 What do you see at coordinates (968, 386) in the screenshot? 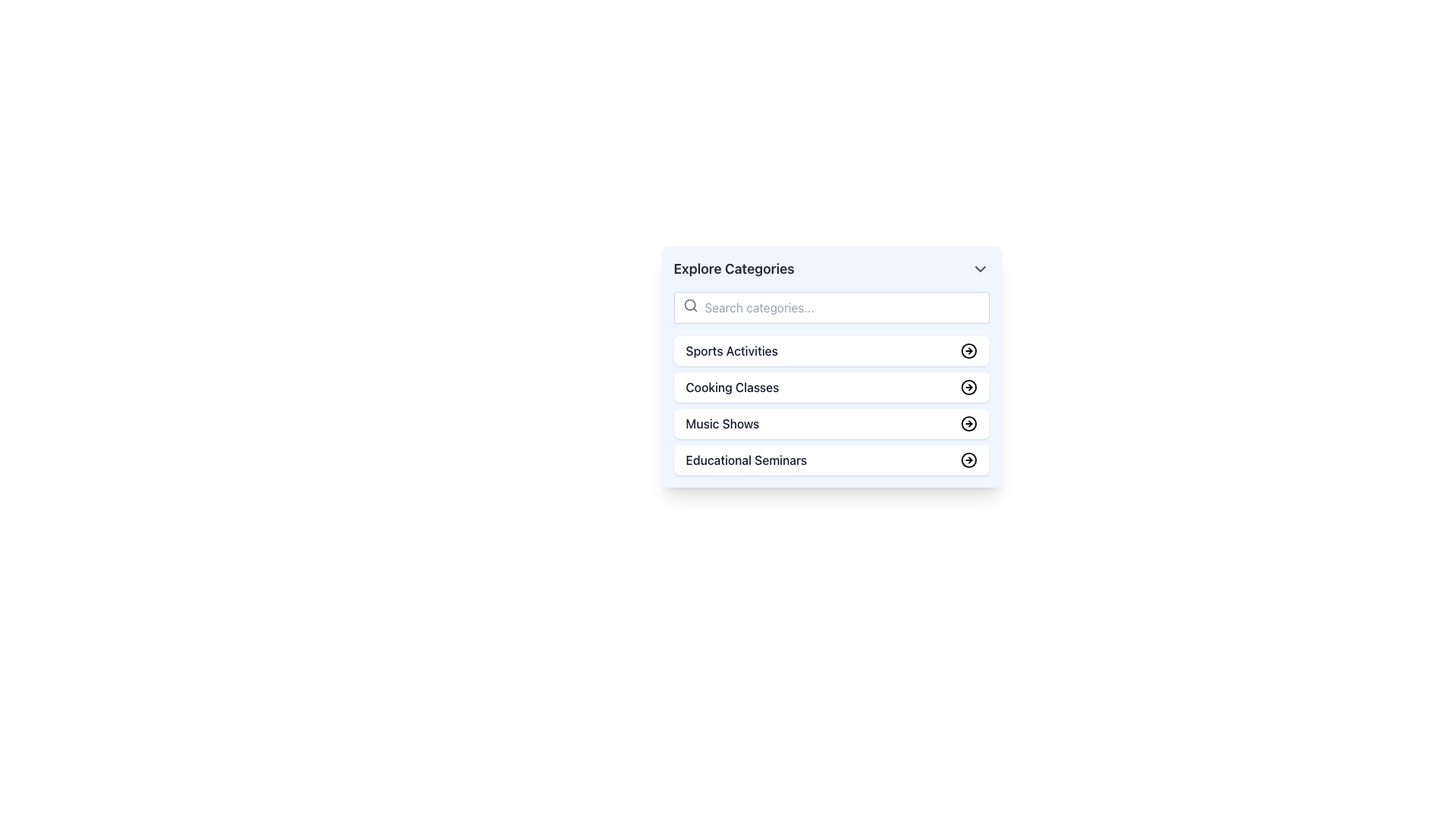
I see `the icon button located on the right side of the 'Cooking Classes' list item` at bounding box center [968, 386].